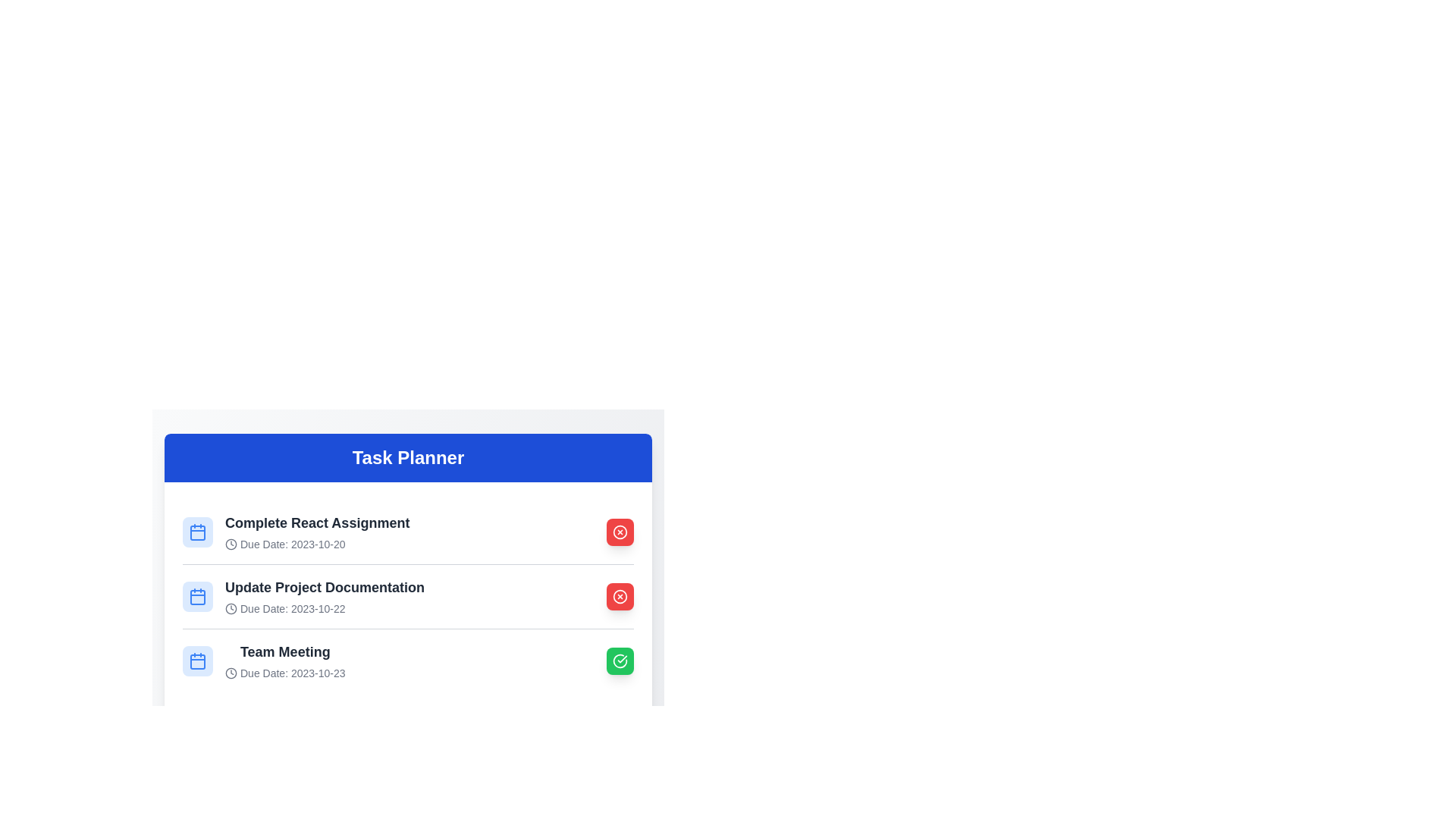 The width and height of the screenshot is (1456, 819). Describe the element at coordinates (285, 660) in the screenshot. I see `text information from the 'Team Meeting' text block, which consists of two lines: 'Team Meeting' in large, bold font and 'Due Date: 2023-10-23' in smaller, lighter font with a clock icon` at that location.